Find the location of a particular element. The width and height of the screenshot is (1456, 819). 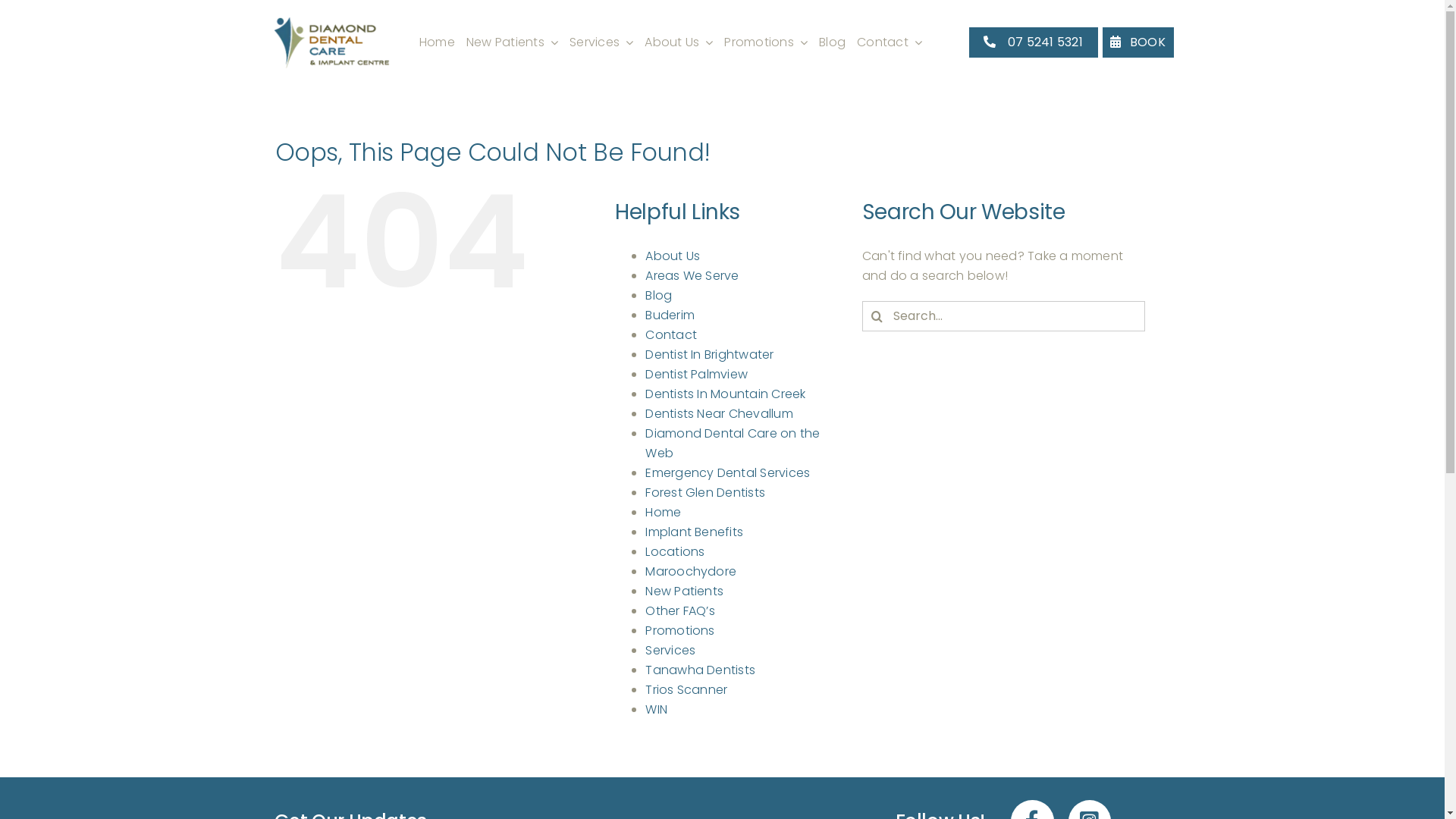

'Blog' is located at coordinates (831, 42).